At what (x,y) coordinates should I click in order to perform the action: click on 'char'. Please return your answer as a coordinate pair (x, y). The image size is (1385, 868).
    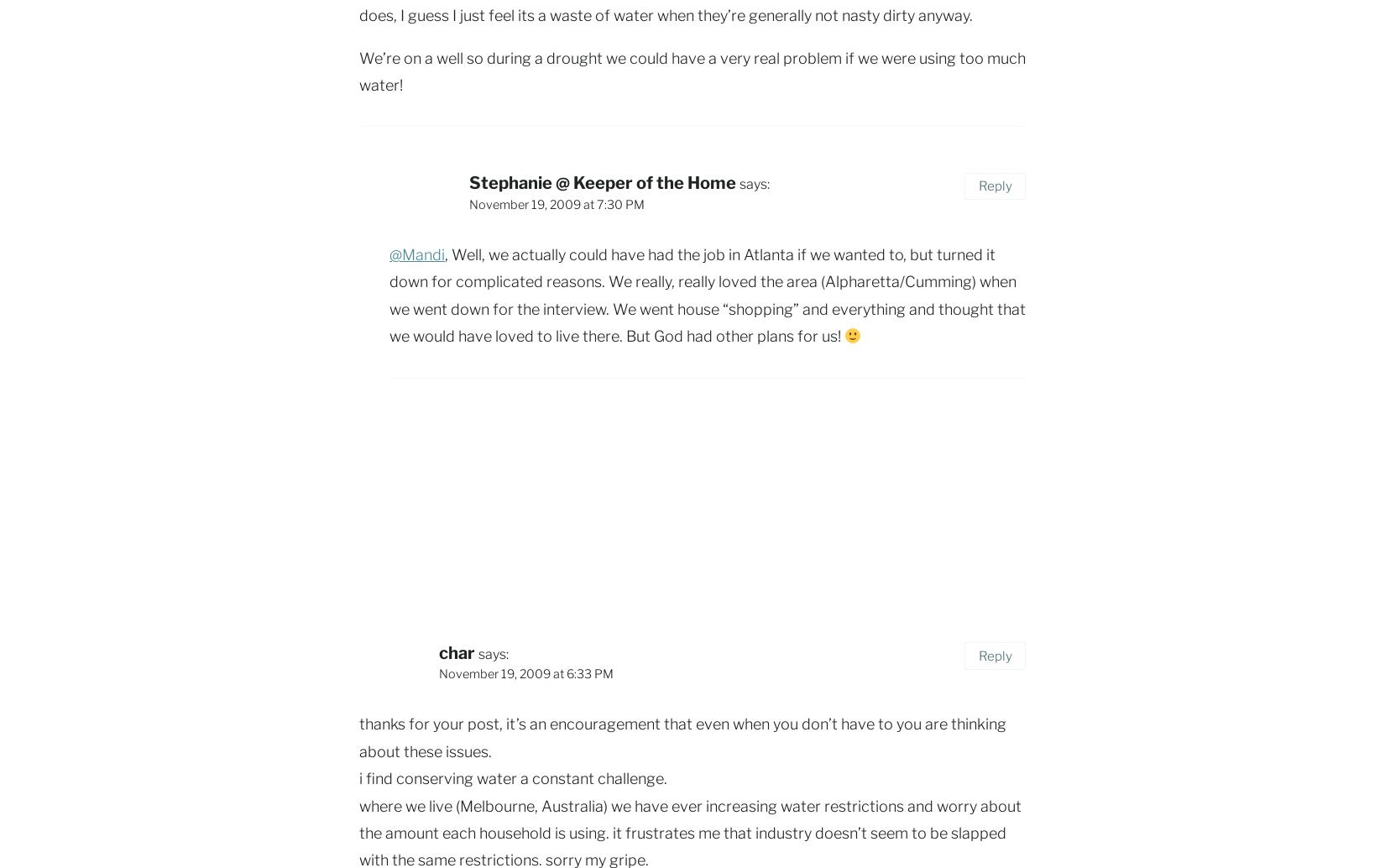
    Looking at the image, I should click on (438, 651).